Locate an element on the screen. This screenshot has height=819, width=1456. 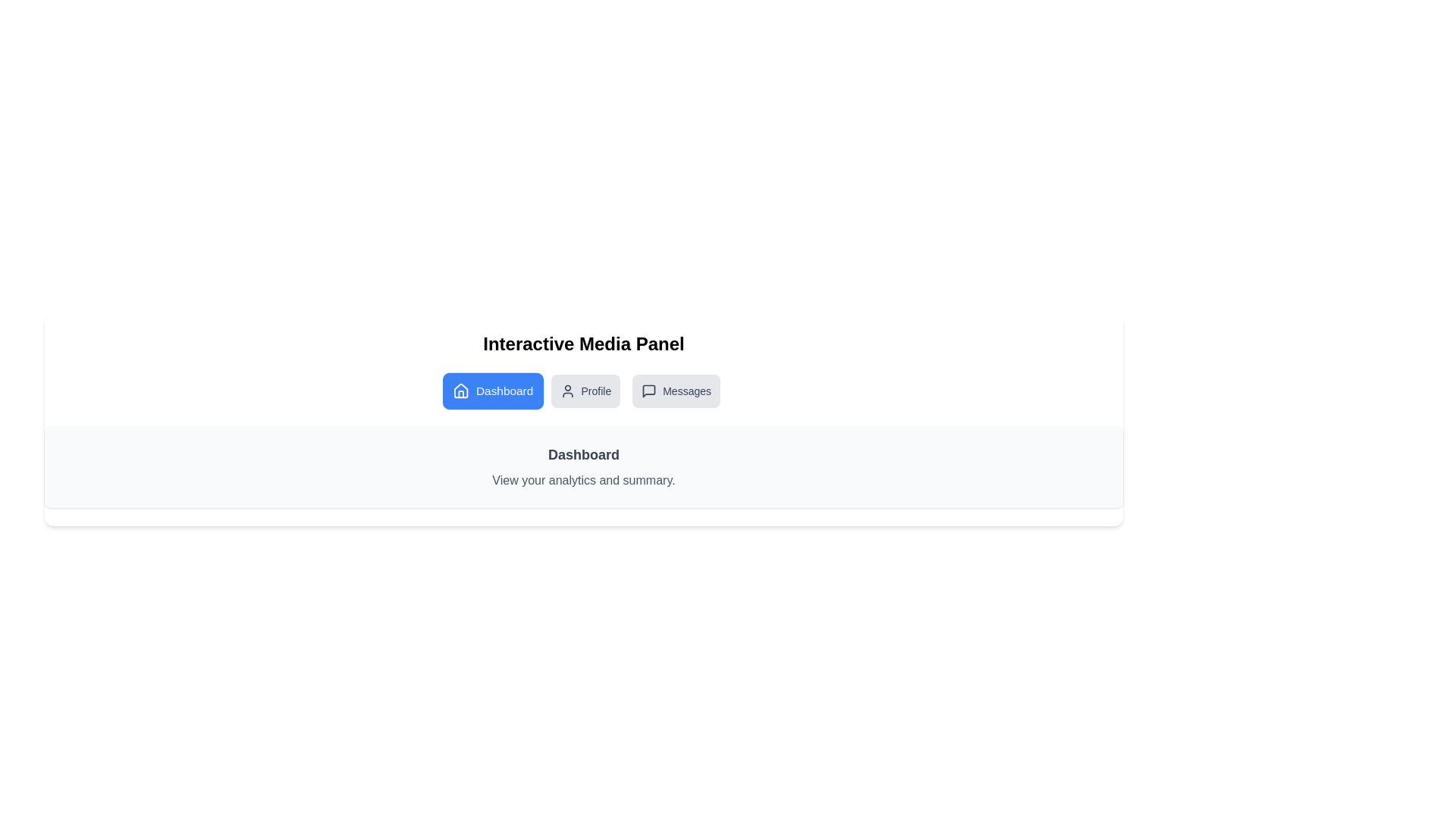
the Messages tab is located at coordinates (676, 391).